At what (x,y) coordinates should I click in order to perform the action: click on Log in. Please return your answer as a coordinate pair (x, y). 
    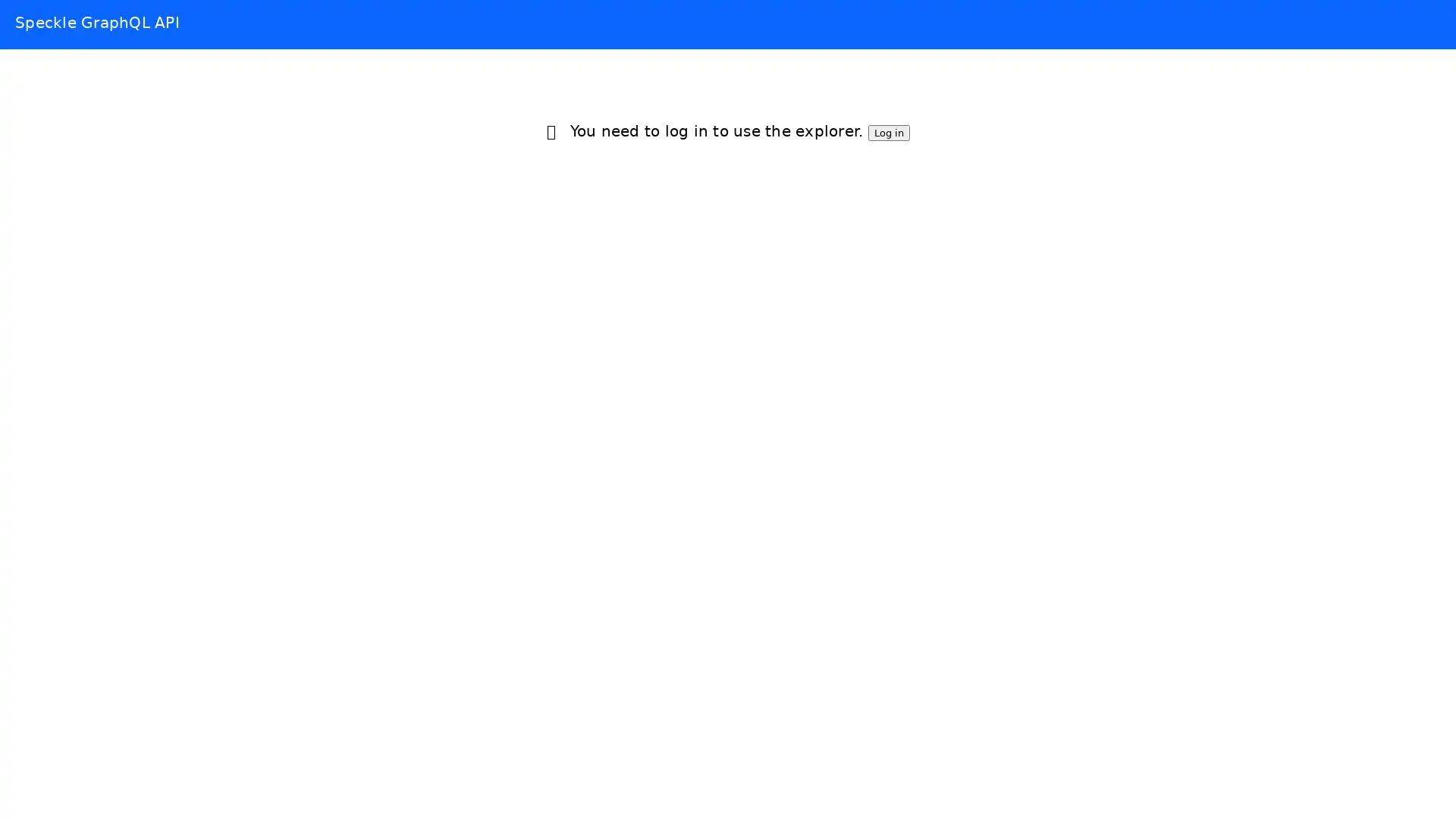
    Looking at the image, I should click on (888, 131).